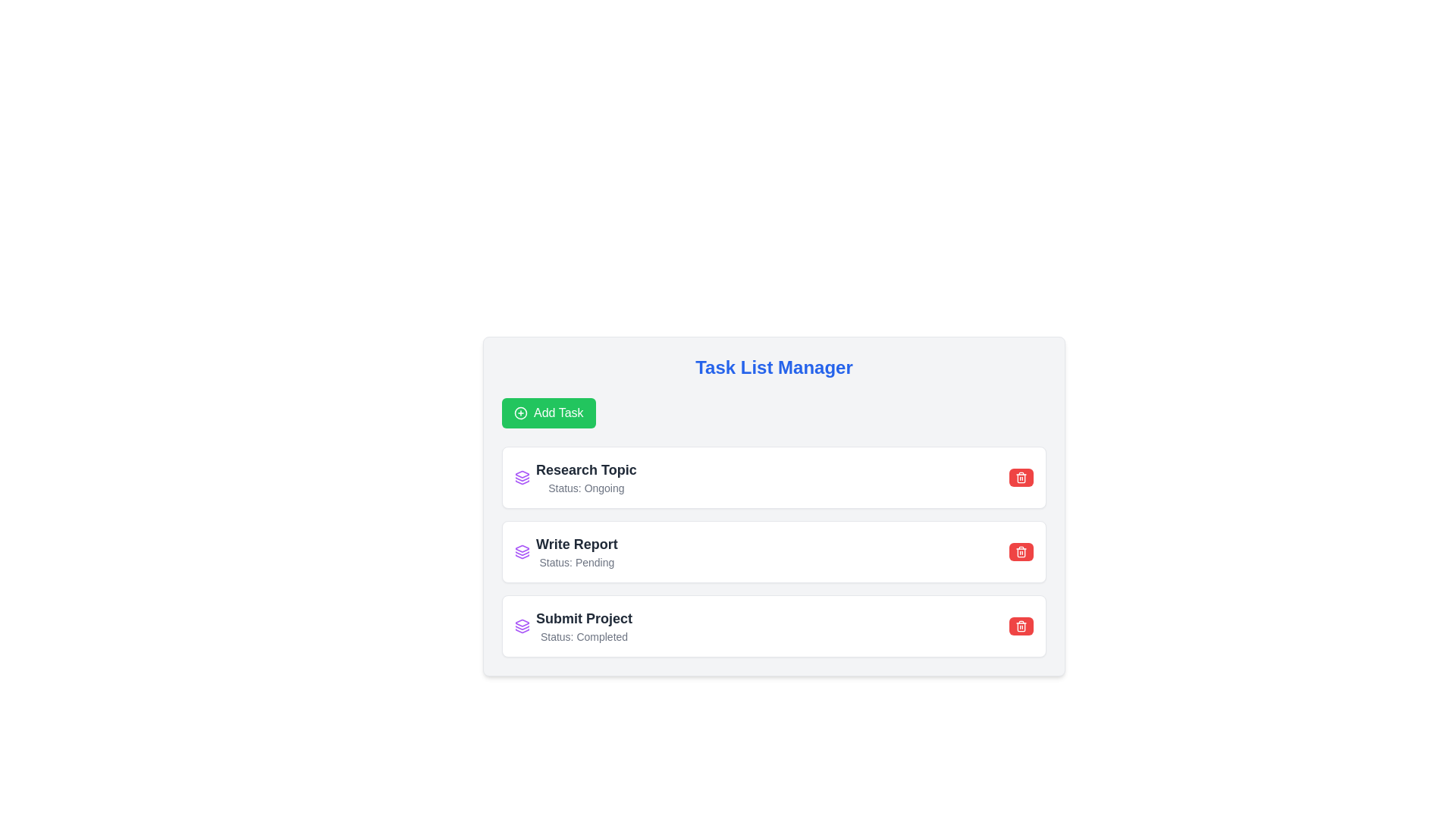 Image resolution: width=1456 pixels, height=819 pixels. What do you see at coordinates (585, 476) in the screenshot?
I see `content displayed in the Text Display element located in the first row of the task list under the 'Task List Manager' header, positioned to the right of the stacked layers icon` at bounding box center [585, 476].